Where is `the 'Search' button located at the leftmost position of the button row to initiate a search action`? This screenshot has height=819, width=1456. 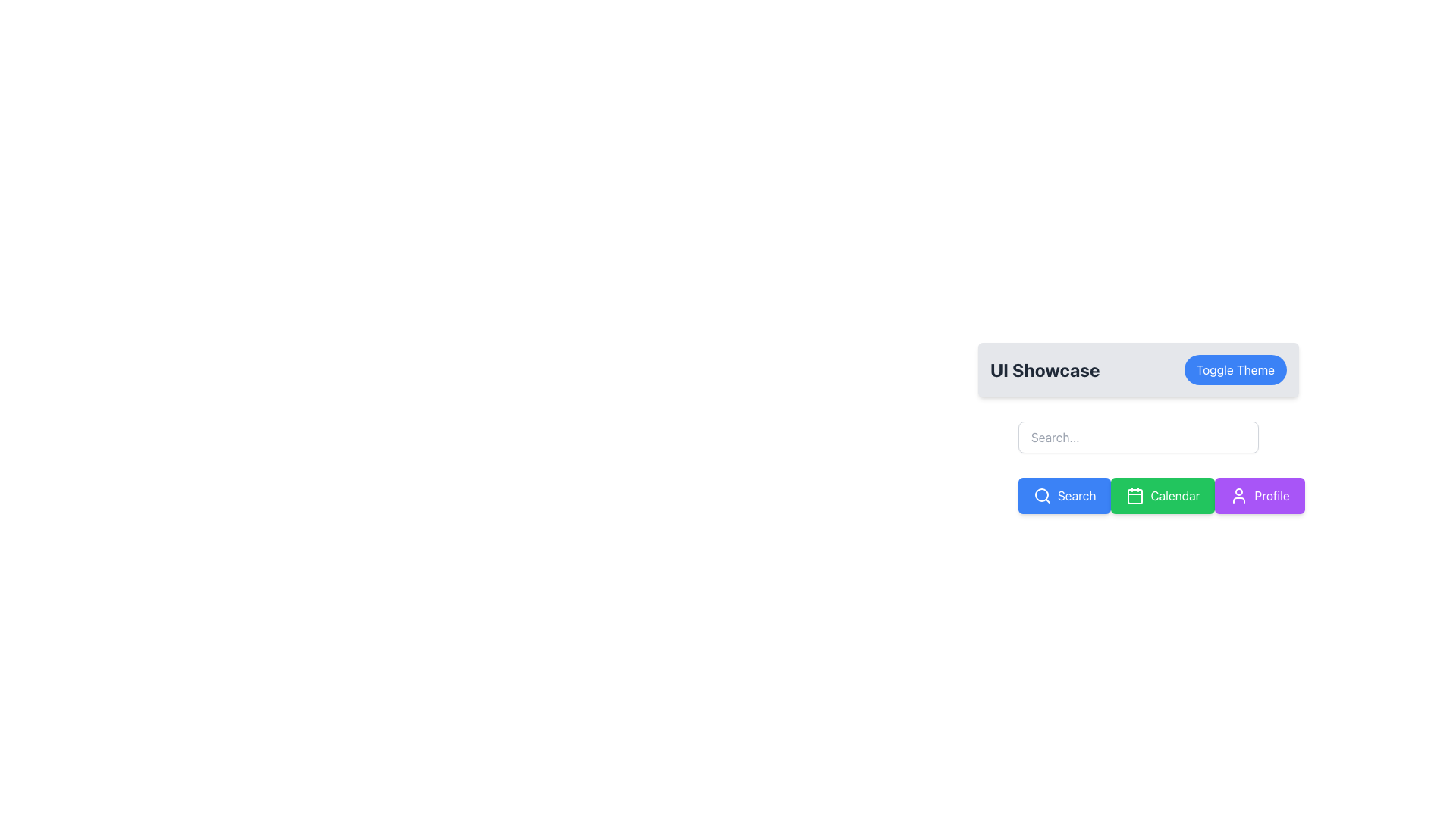 the 'Search' button located at the leftmost position of the button row to initiate a search action is located at coordinates (1064, 496).